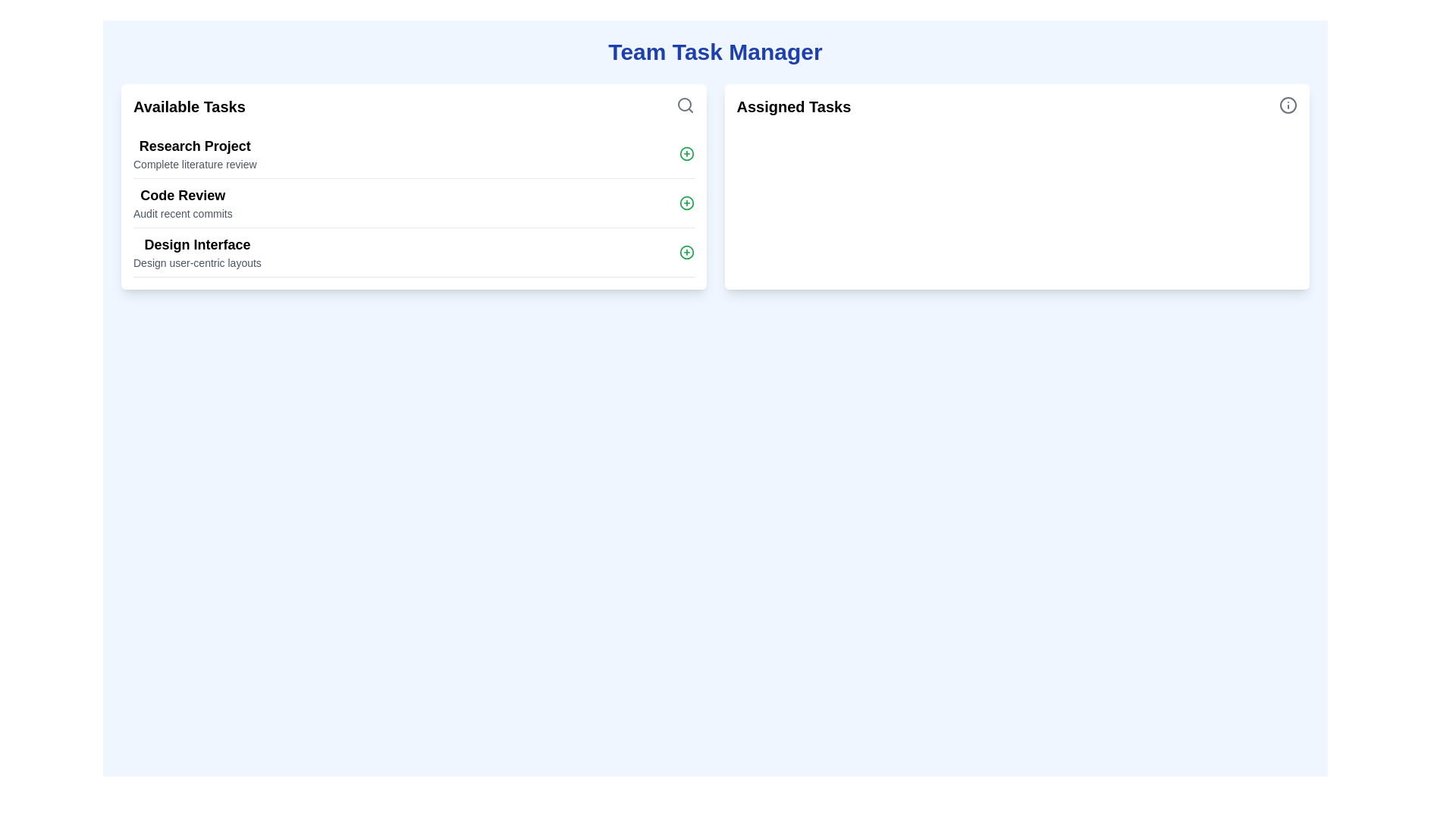 This screenshot has height=819, width=1456. Describe the element at coordinates (686, 202) in the screenshot. I see `the green circular button with a plus icon located in the bottom-right corner of the 'Code Review' task row in the 'Available Tasks' section` at that location.